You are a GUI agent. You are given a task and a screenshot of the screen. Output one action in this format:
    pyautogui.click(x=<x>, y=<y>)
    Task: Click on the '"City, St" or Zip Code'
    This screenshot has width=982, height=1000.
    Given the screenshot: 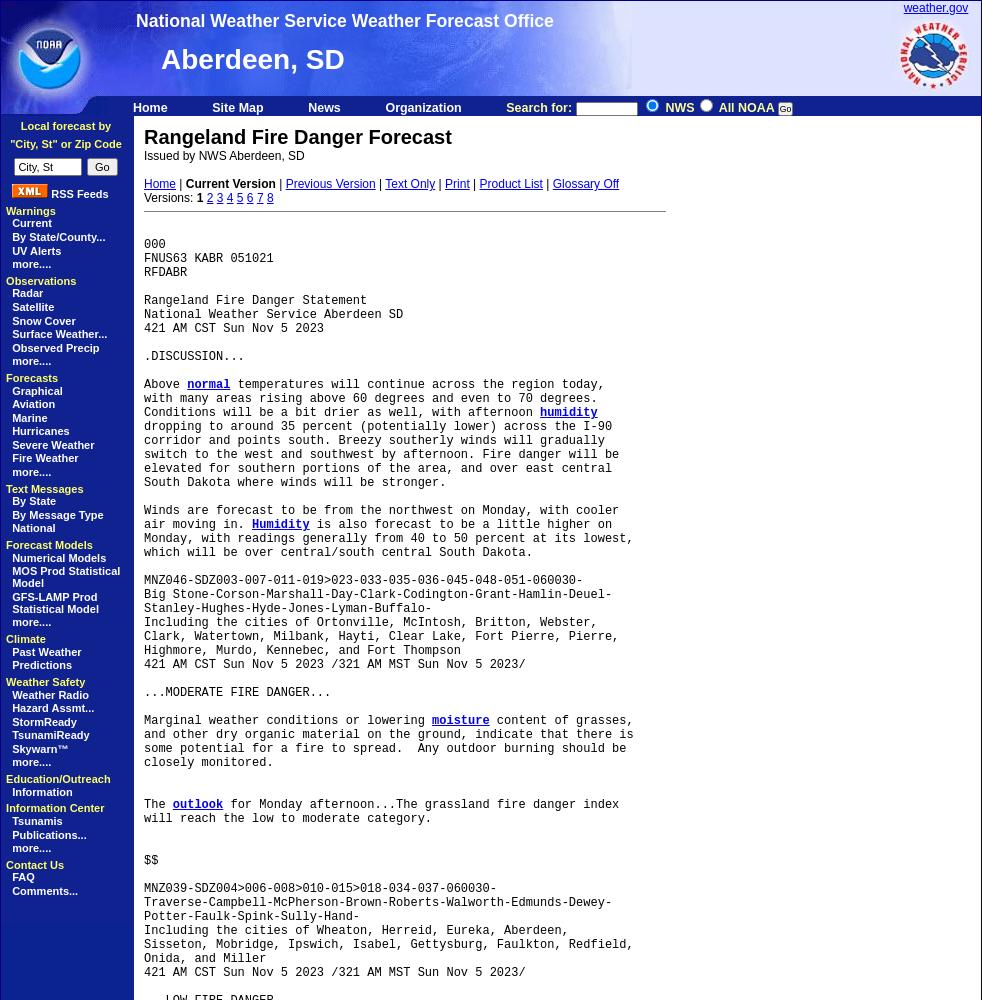 What is the action you would take?
    pyautogui.click(x=64, y=144)
    